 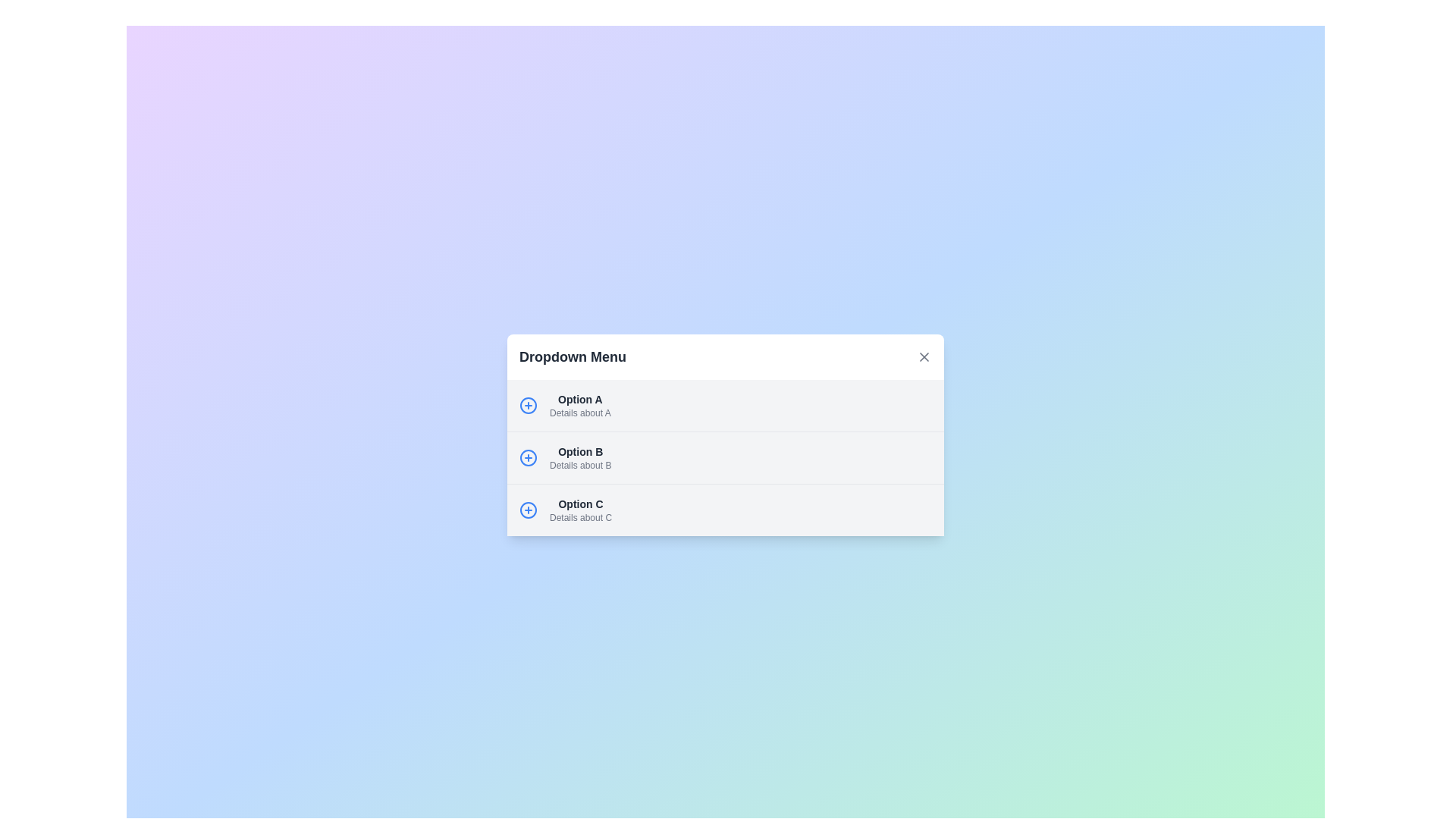 I want to click on the close button (X icon) located at the top-right corner of the 'Dropdown Menu' section, so click(x=924, y=356).